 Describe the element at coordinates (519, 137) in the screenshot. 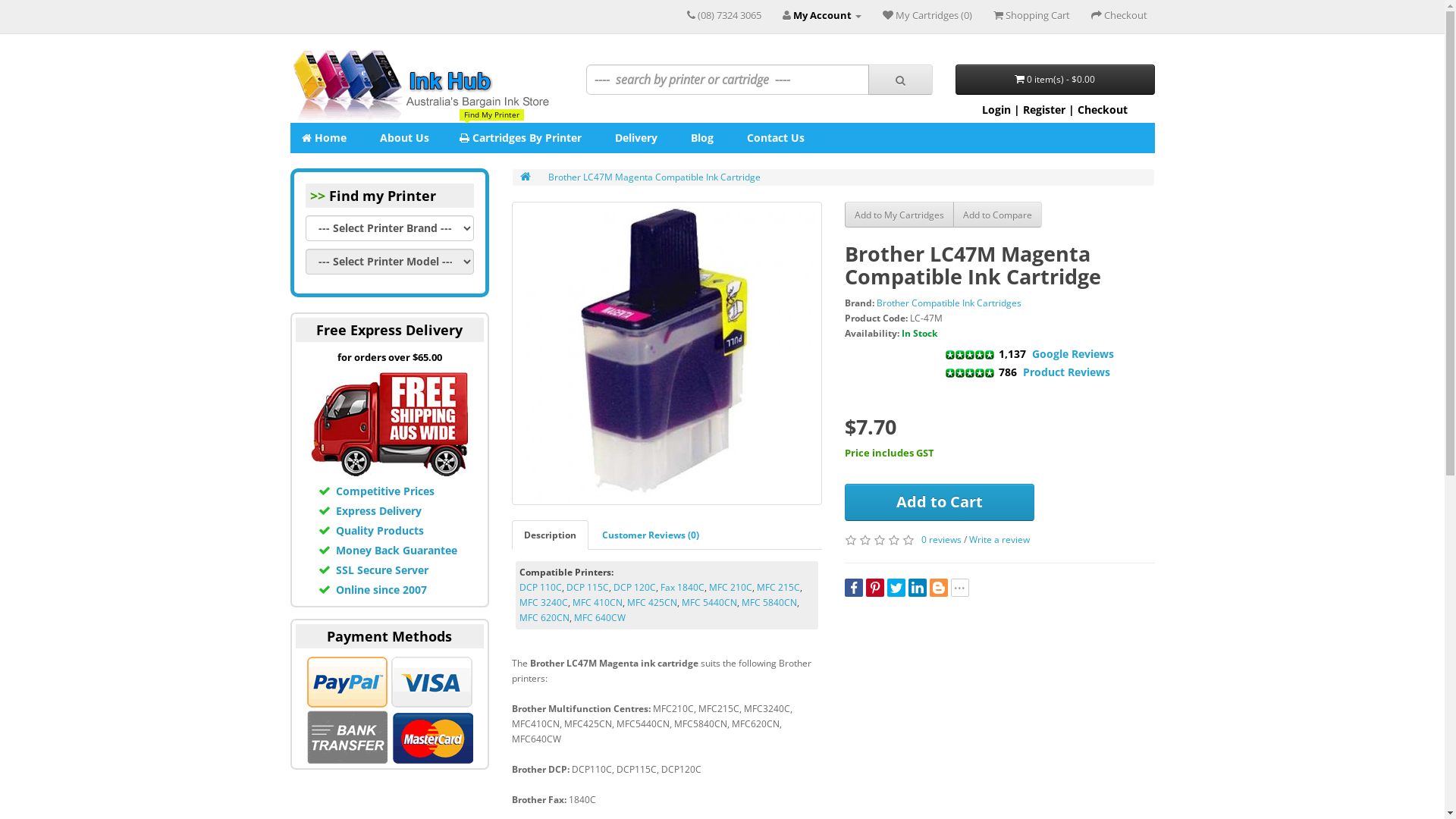

I see `'Find My Printer` at that location.